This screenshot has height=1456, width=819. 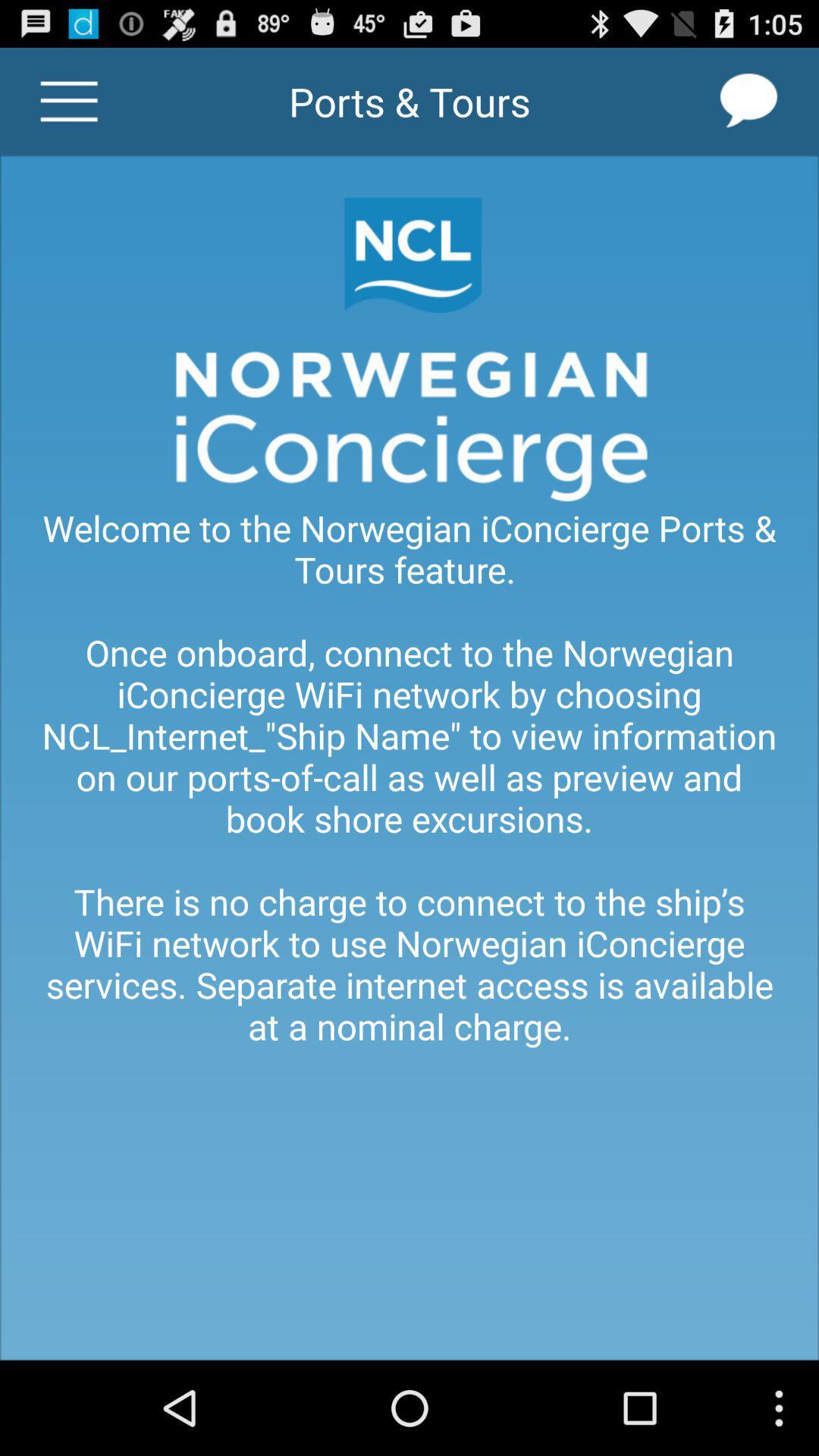 What do you see at coordinates (69, 108) in the screenshot?
I see `the menu icon` at bounding box center [69, 108].